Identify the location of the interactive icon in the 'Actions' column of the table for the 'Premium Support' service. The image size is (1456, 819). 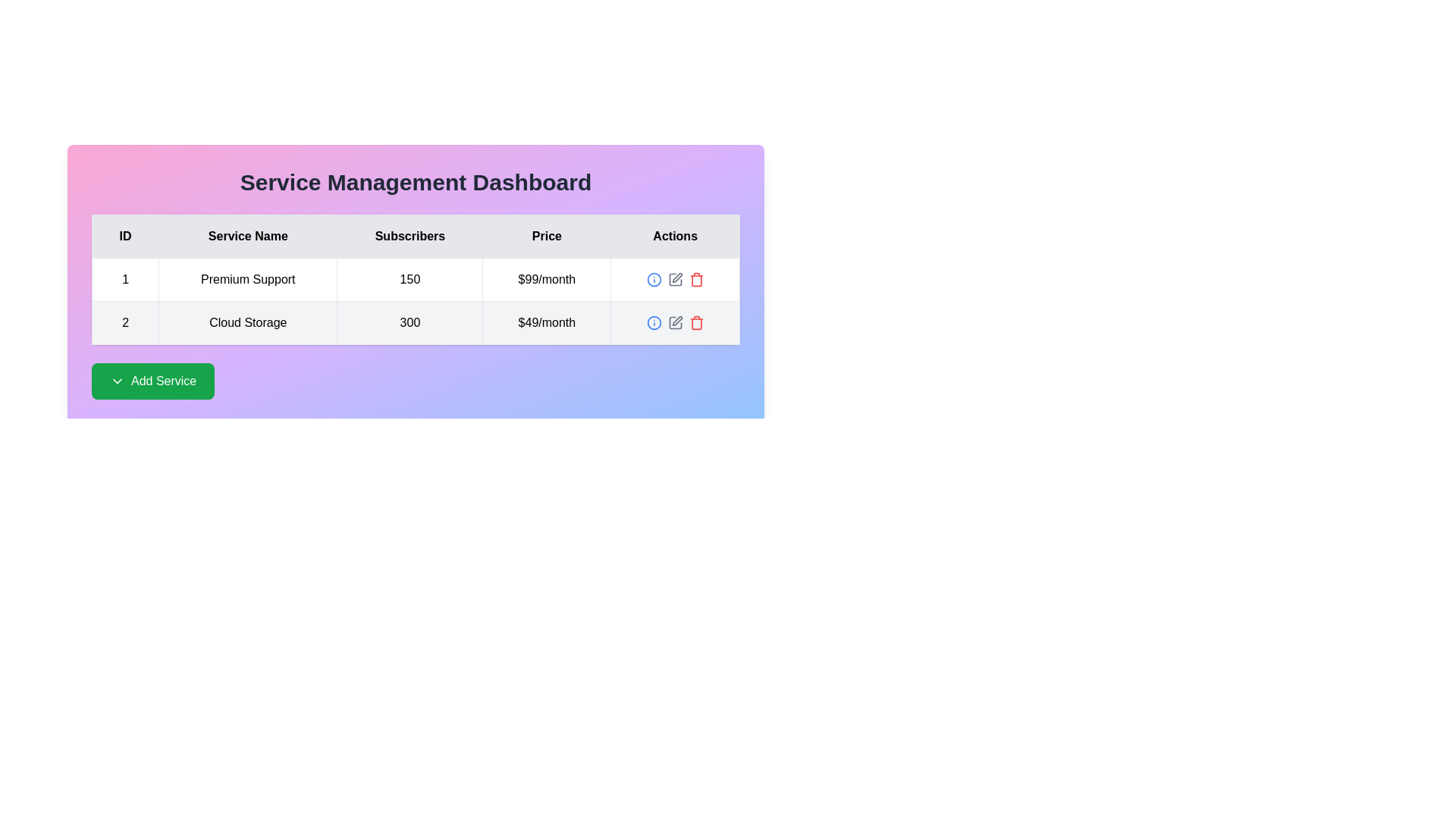
(654, 322).